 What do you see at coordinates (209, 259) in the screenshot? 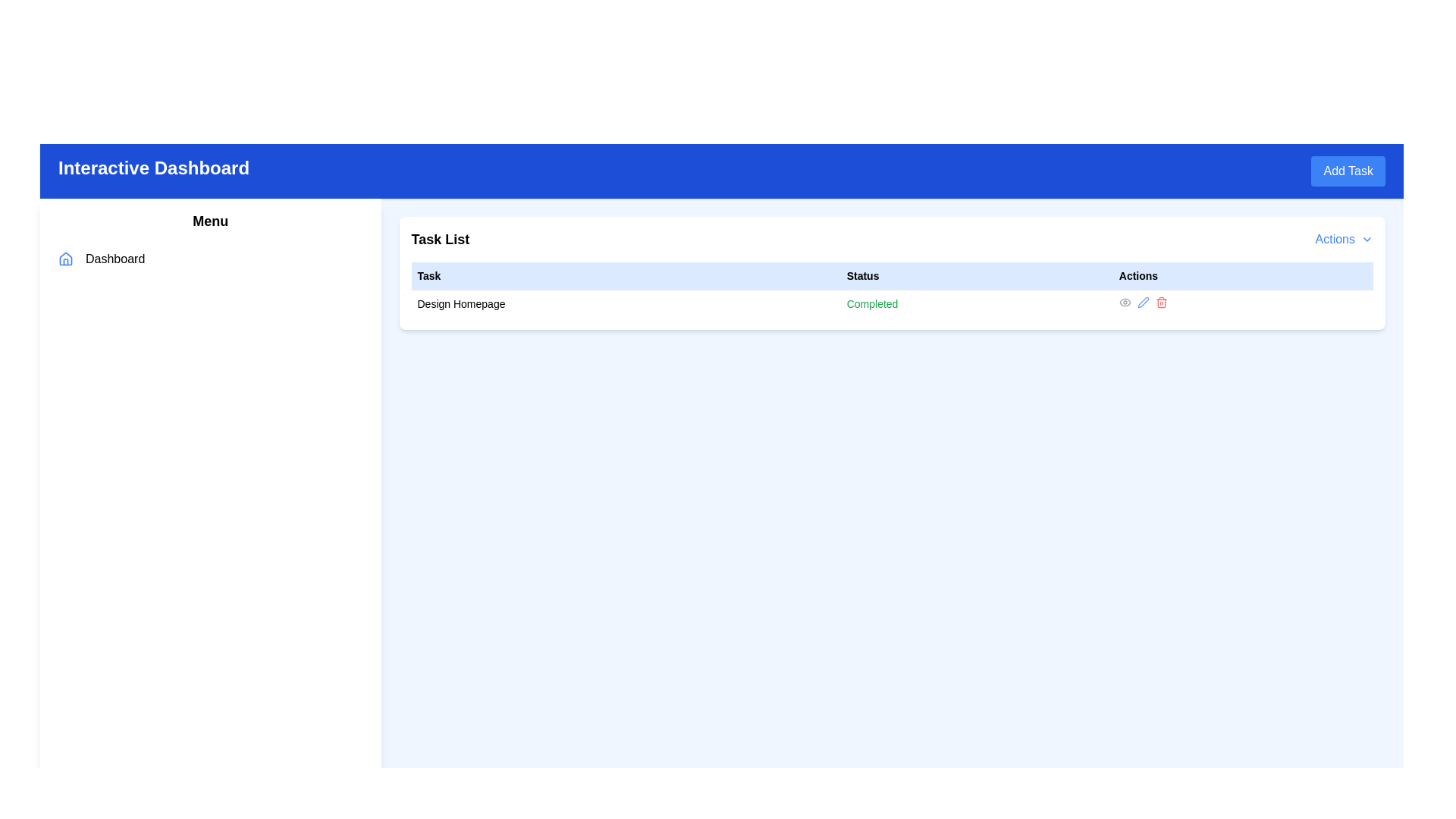
I see `the 'Dashboard' menu option, which is the second item in the vertical menu on the left` at bounding box center [209, 259].